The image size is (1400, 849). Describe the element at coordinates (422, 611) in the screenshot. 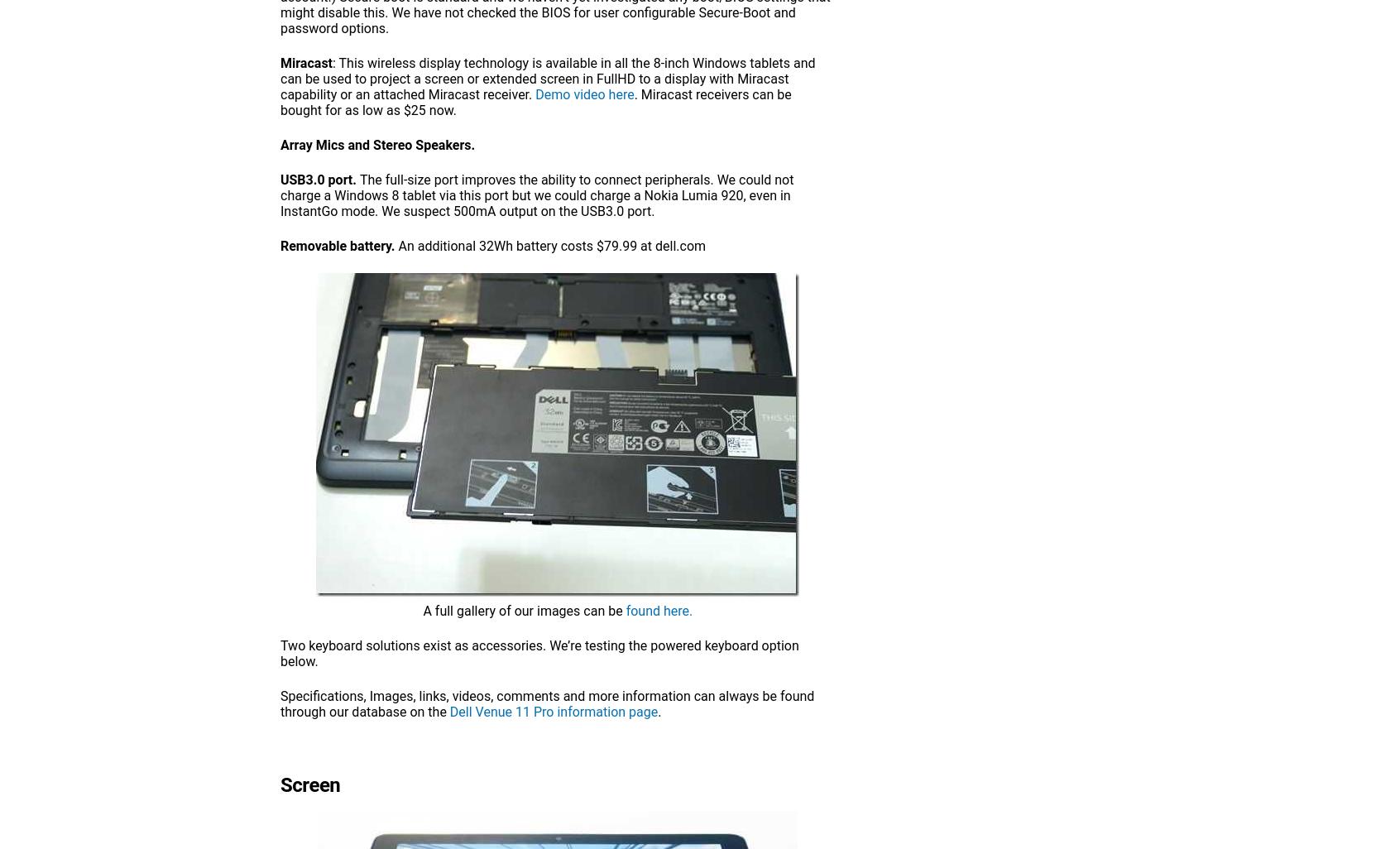

I see `'A full gallery of our images can be'` at that location.